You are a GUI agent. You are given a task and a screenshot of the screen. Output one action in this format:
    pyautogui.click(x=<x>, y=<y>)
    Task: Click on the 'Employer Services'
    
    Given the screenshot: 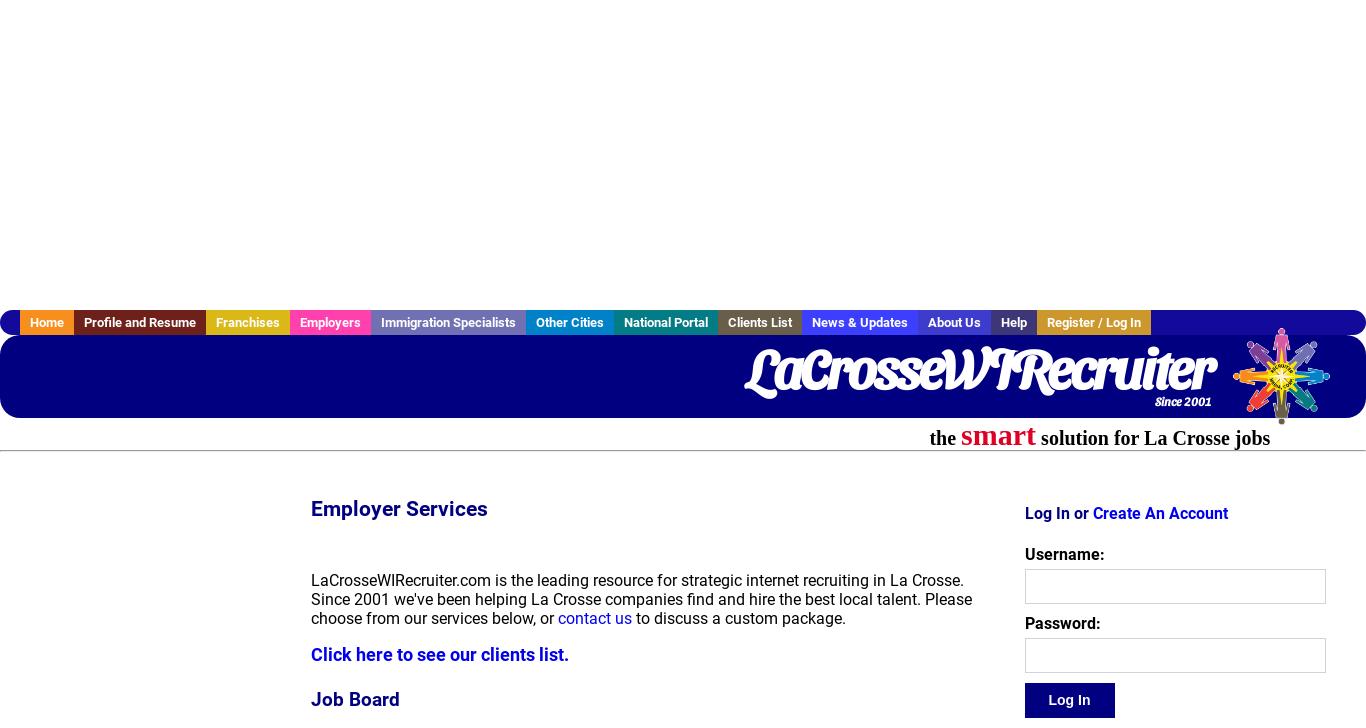 What is the action you would take?
    pyautogui.click(x=398, y=507)
    